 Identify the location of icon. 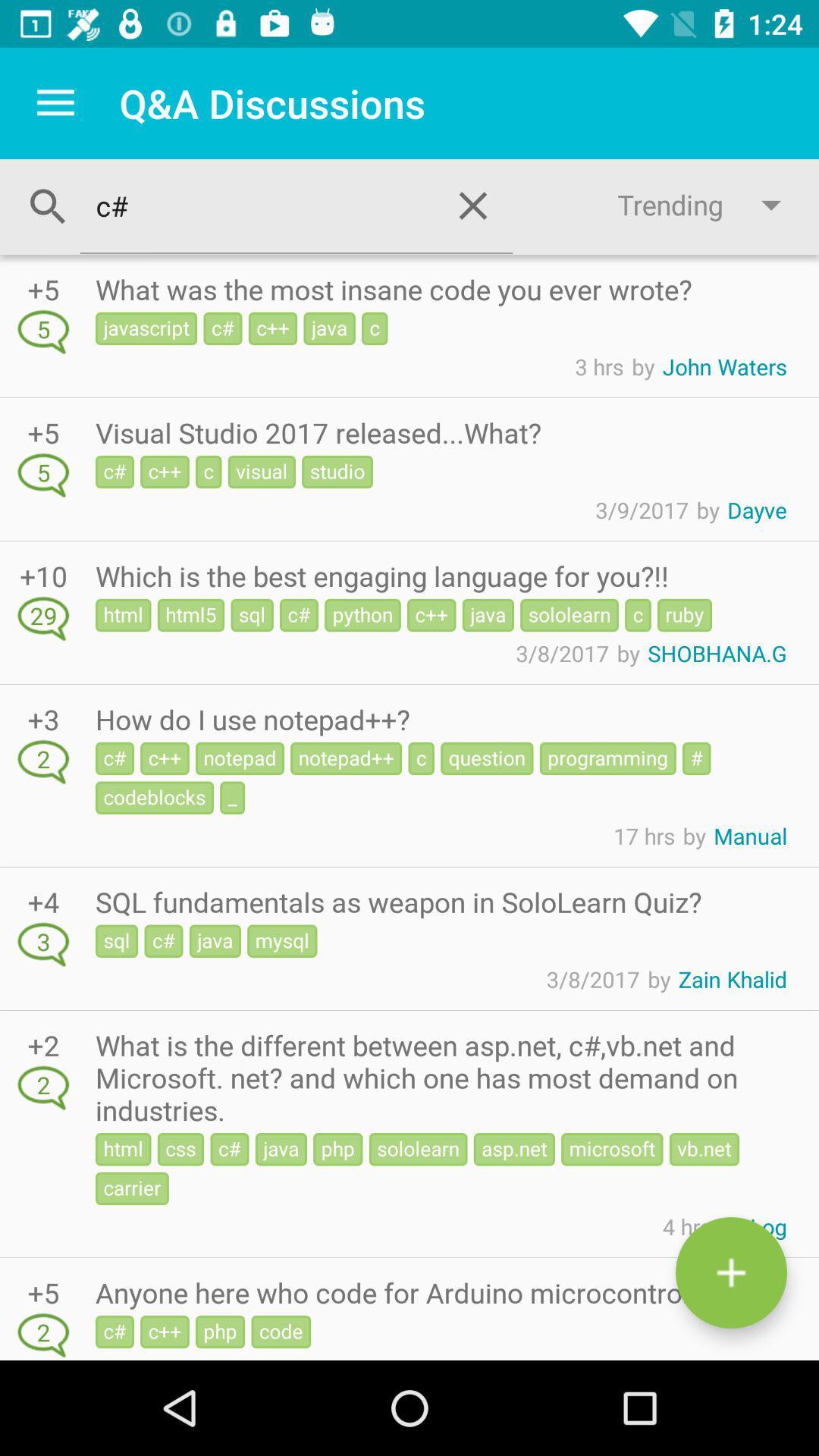
(730, 1272).